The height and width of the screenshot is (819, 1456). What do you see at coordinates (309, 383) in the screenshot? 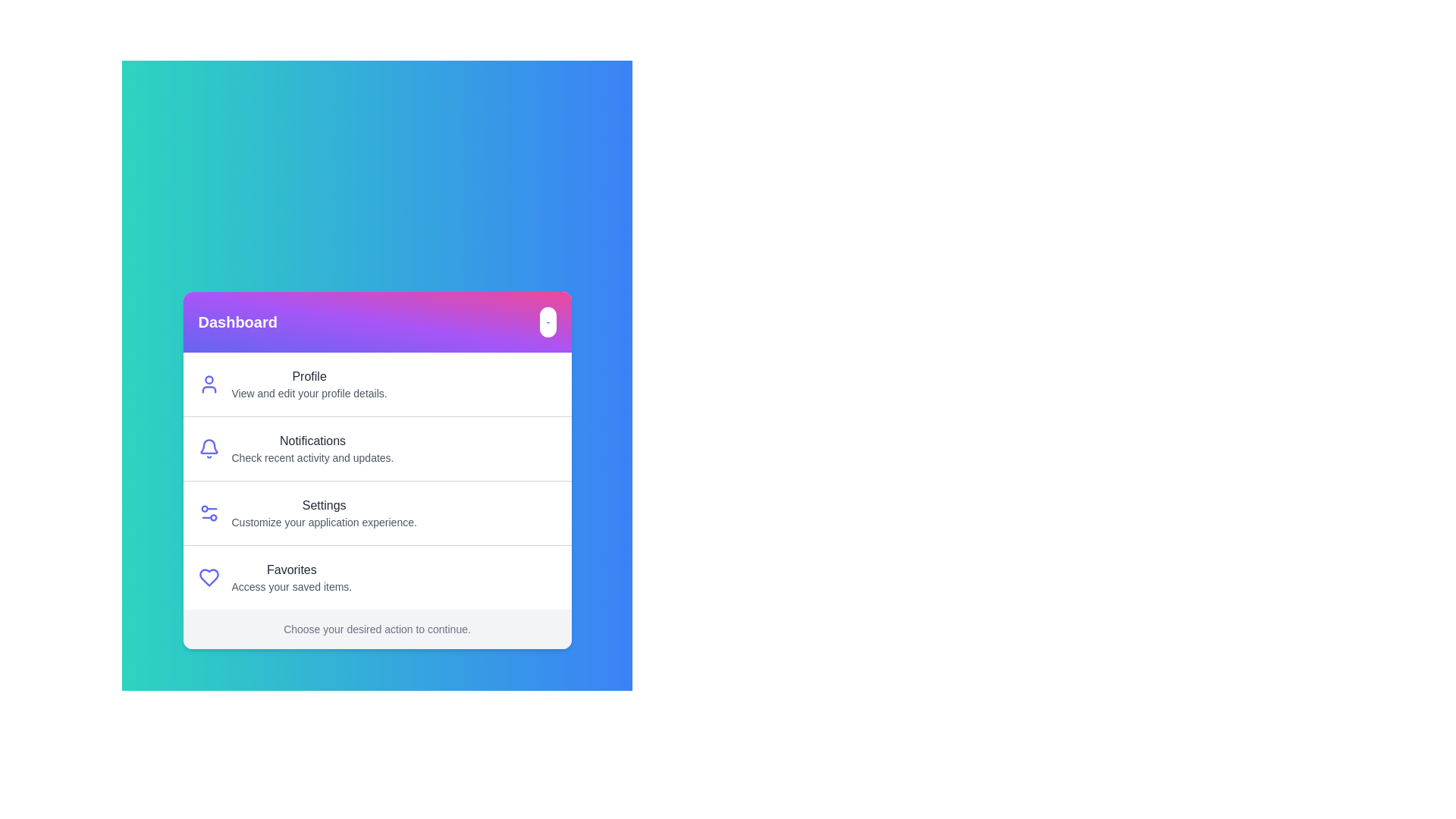
I see `the menu option corresponding to Profile` at bounding box center [309, 383].